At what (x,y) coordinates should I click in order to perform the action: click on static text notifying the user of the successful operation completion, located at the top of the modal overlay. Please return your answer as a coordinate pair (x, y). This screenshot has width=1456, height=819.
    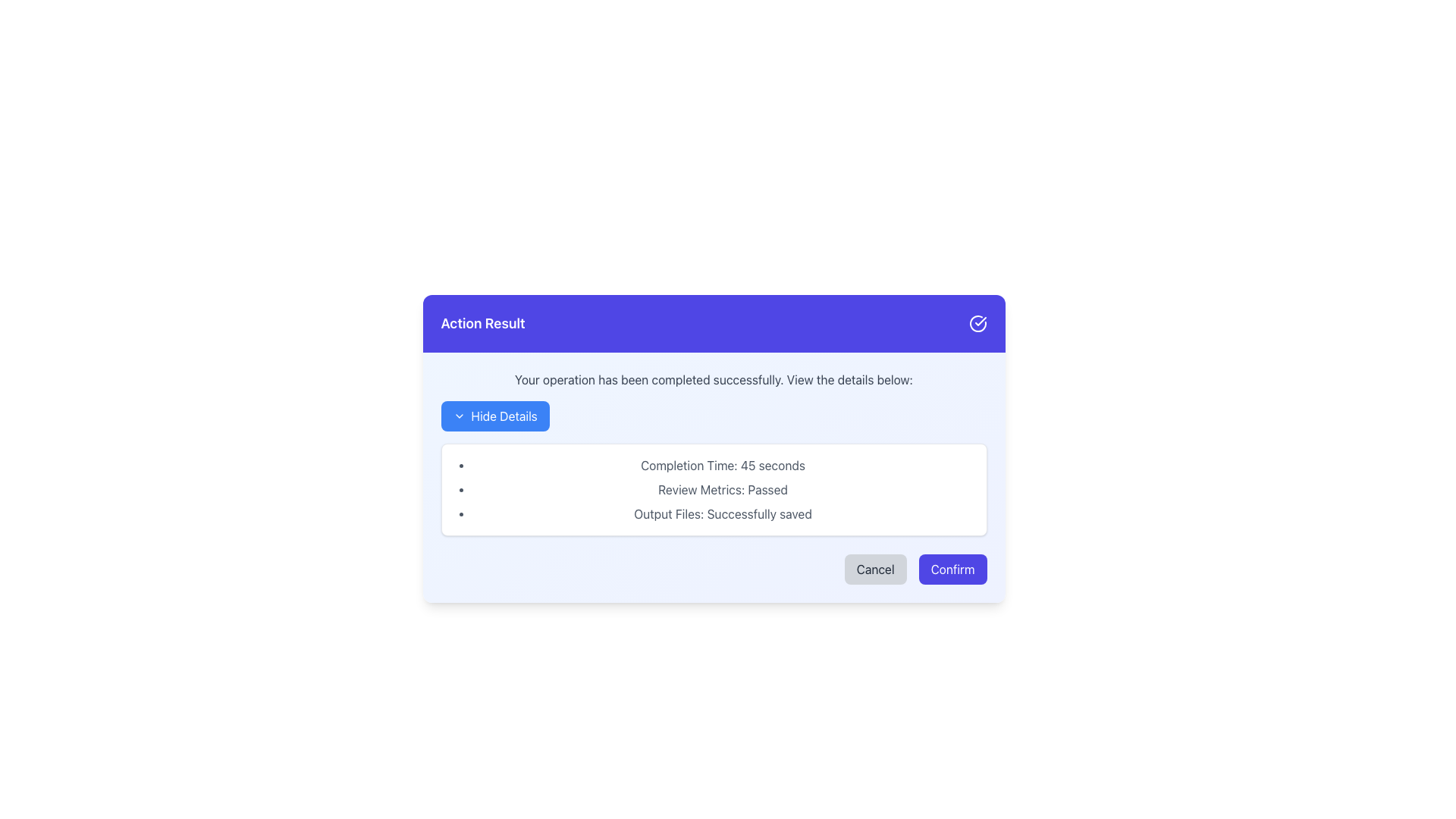
    Looking at the image, I should click on (713, 379).